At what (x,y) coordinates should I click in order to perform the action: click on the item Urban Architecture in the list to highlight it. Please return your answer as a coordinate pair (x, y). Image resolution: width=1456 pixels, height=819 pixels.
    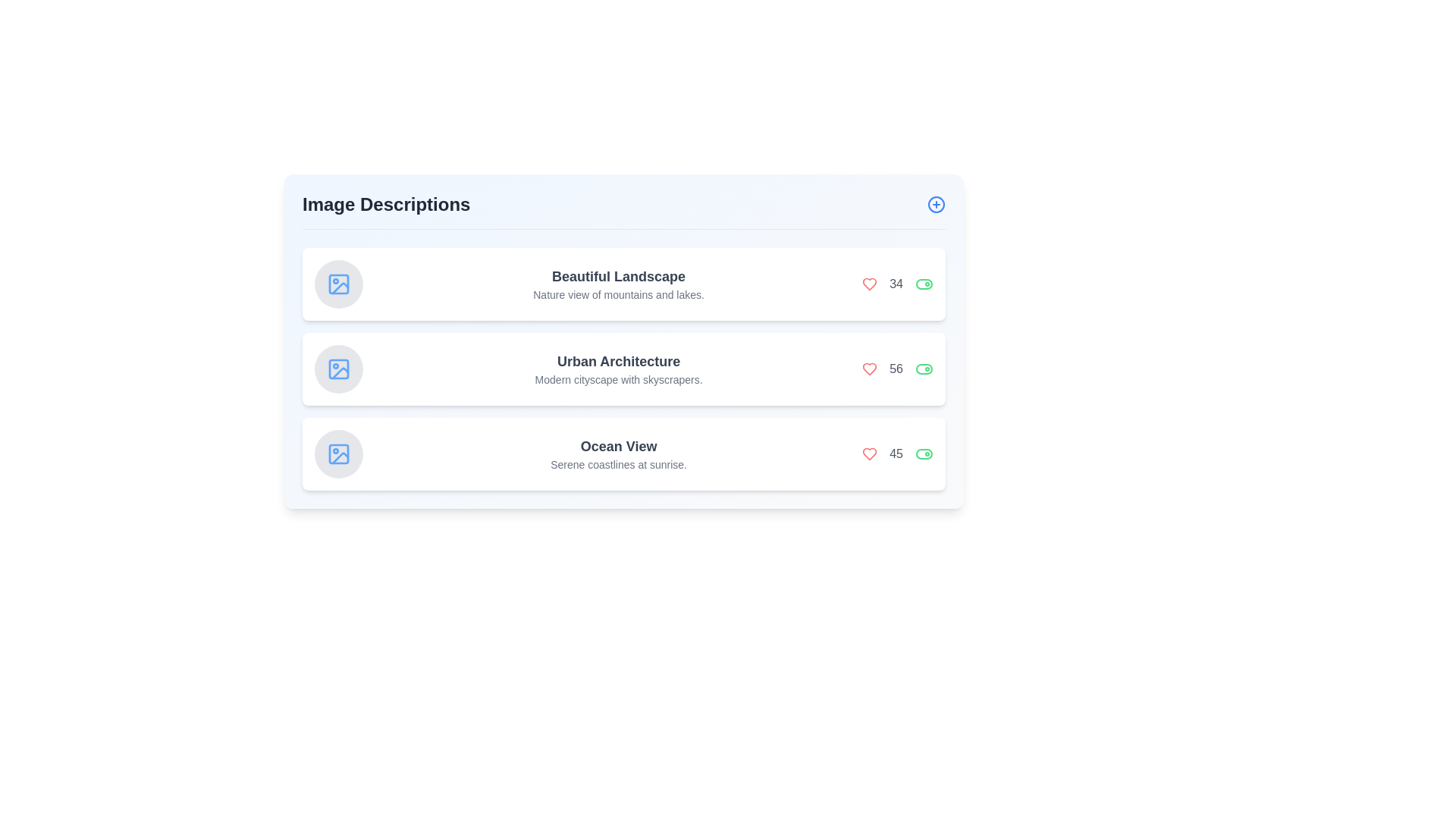
    Looking at the image, I should click on (623, 369).